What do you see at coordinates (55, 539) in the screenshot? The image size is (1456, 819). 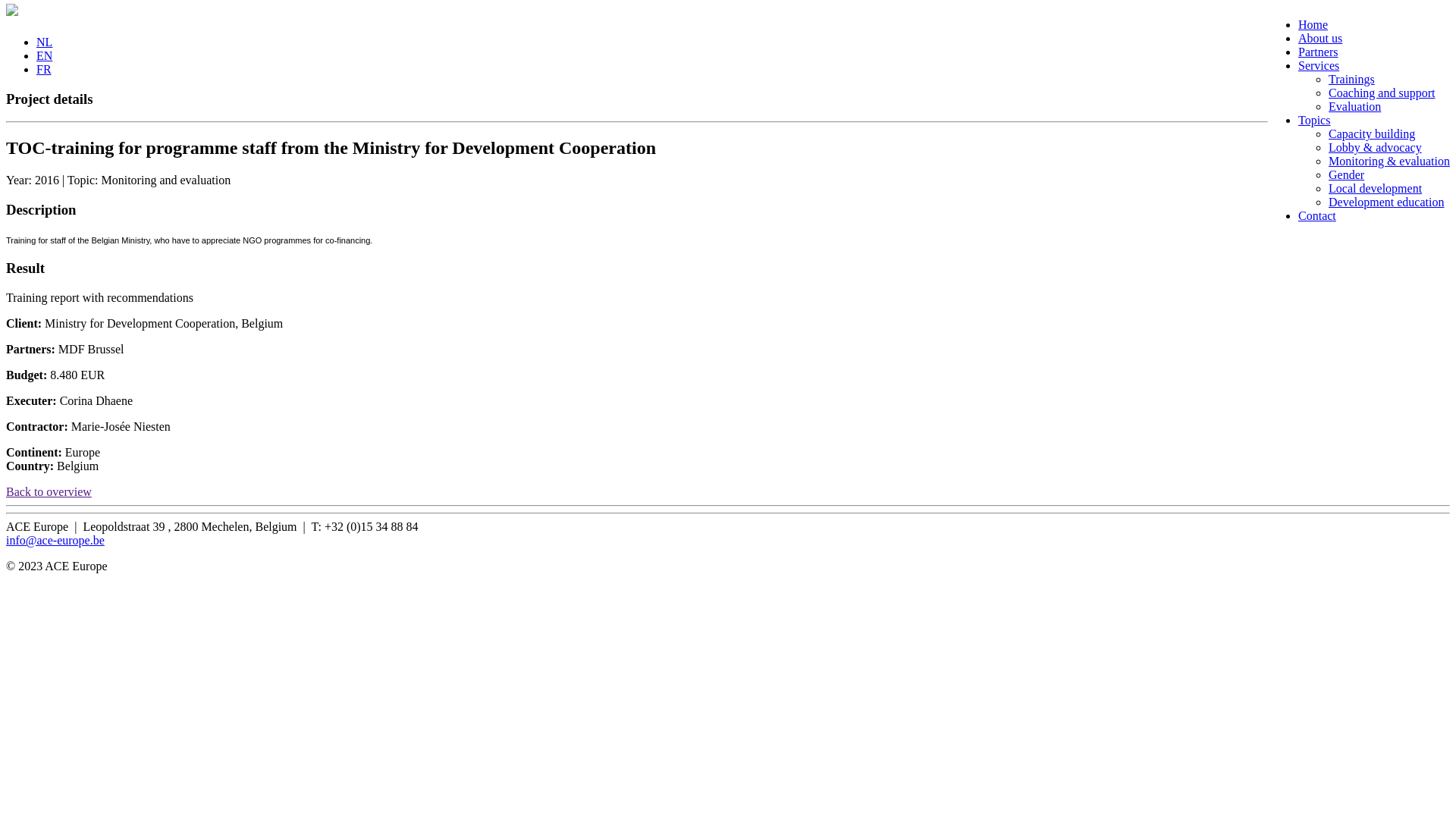 I see `'info@ace-europe.be'` at bounding box center [55, 539].